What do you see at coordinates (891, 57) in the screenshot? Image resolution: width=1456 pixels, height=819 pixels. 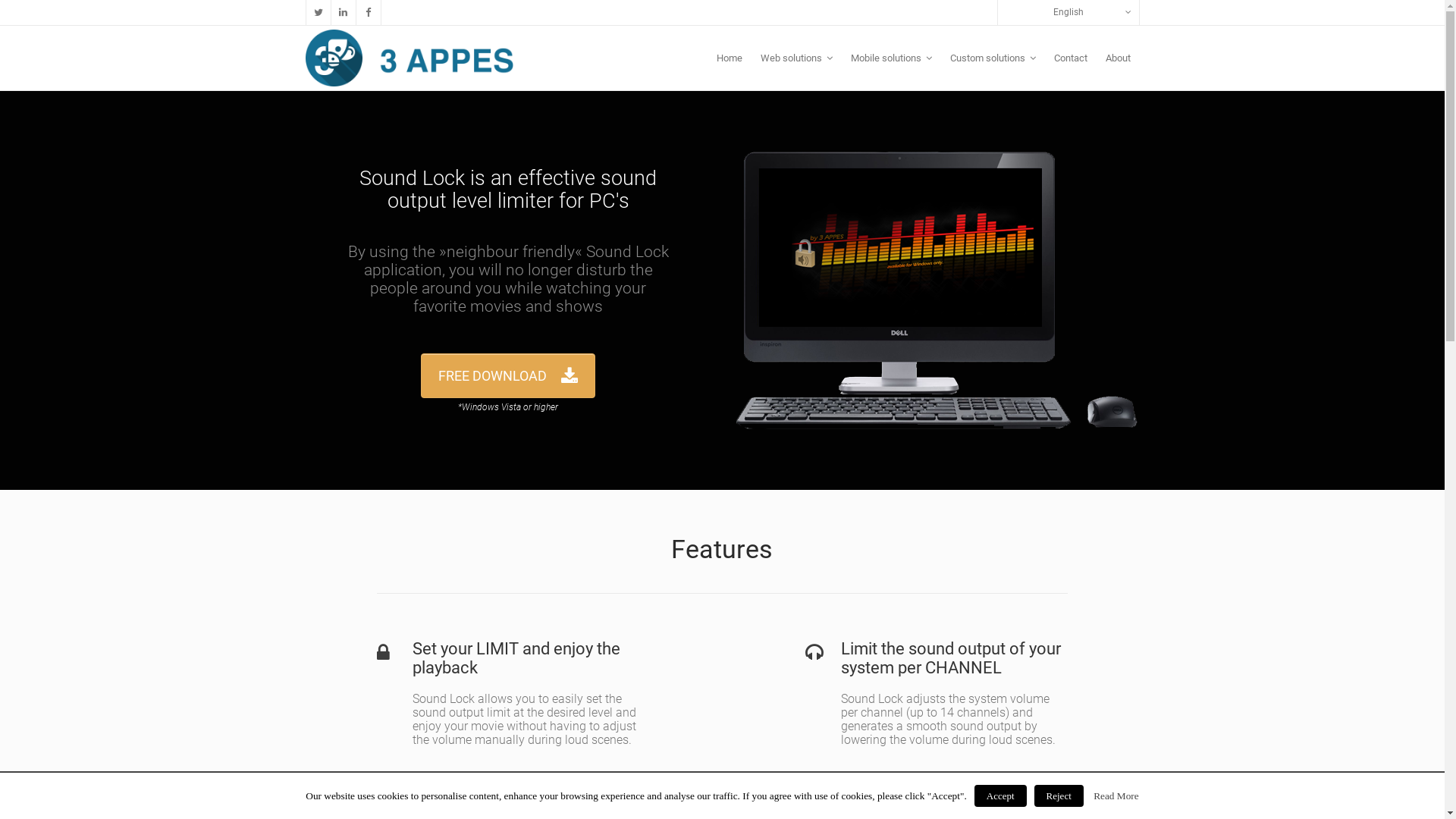 I see `'Mobile solutions'` at bounding box center [891, 57].